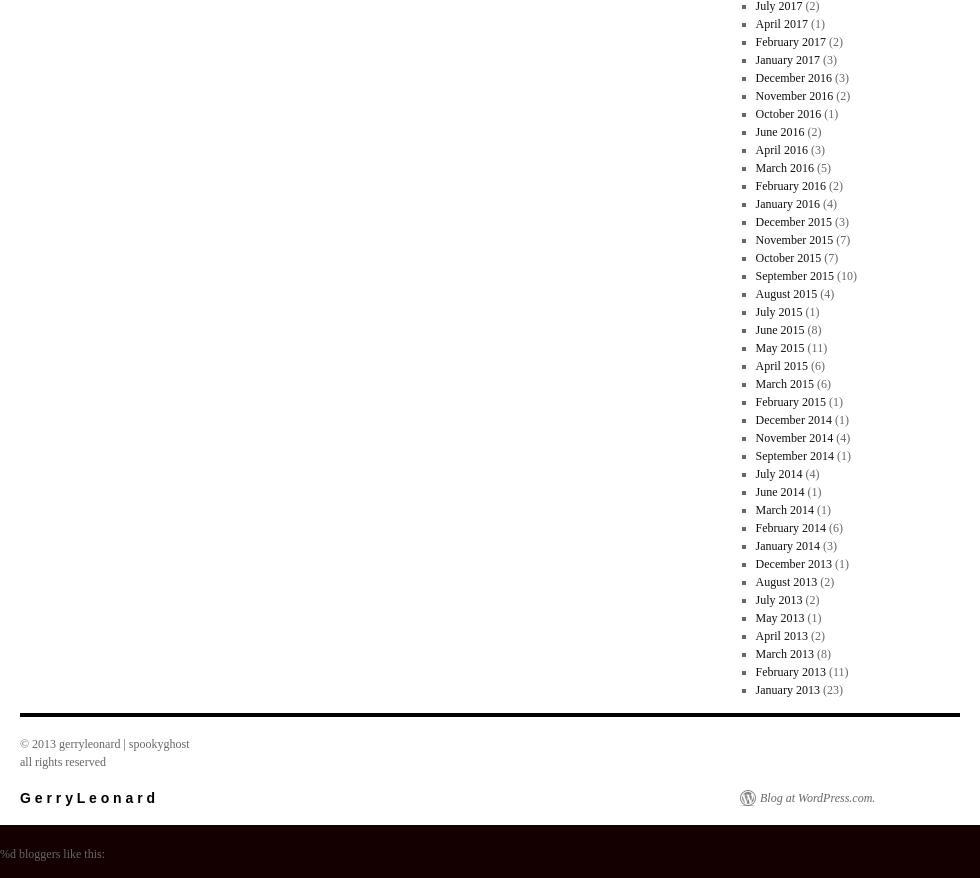  What do you see at coordinates (793, 239) in the screenshot?
I see `'November 2015'` at bounding box center [793, 239].